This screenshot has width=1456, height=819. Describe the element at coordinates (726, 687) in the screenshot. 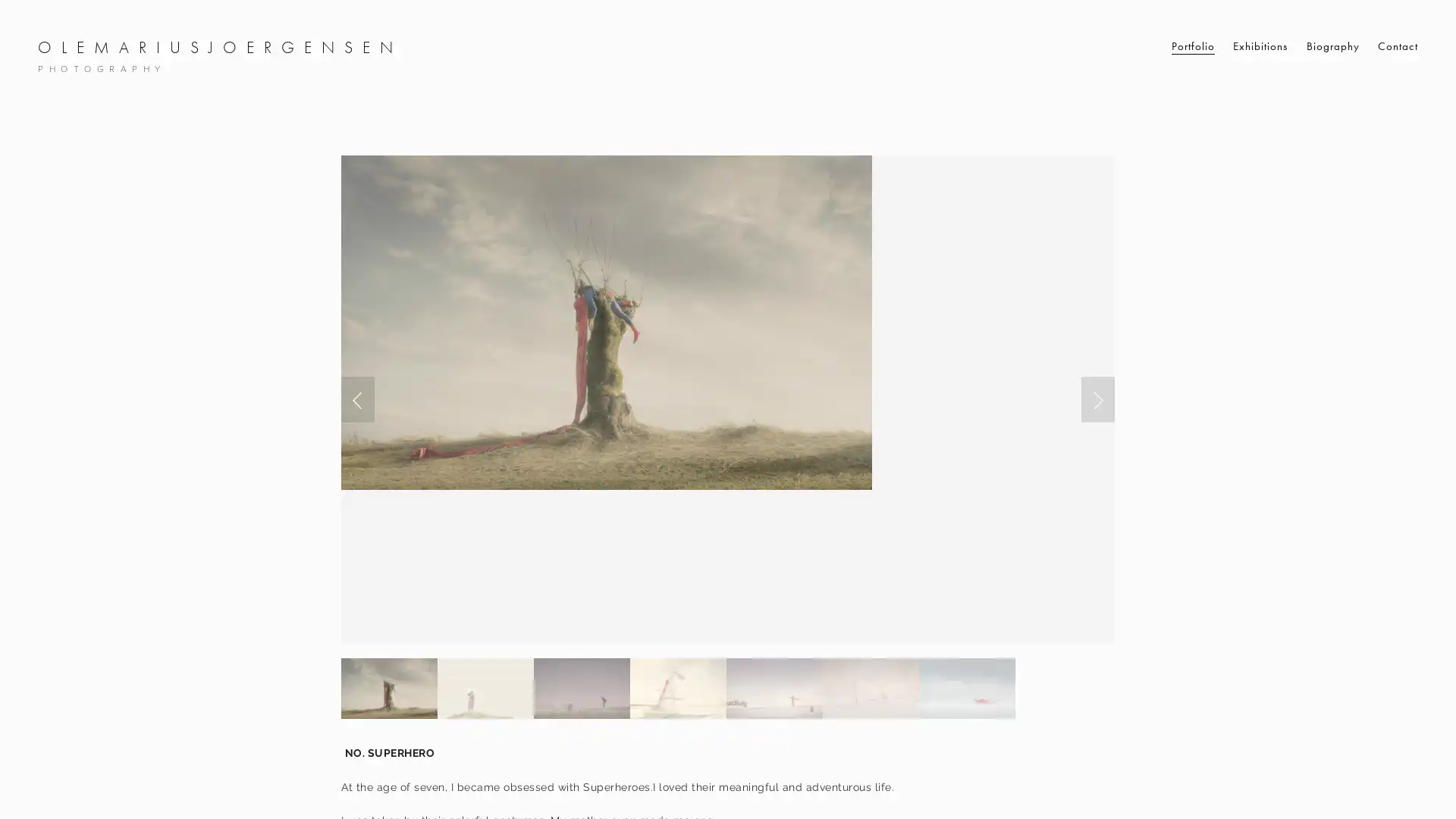

I see `Slide 4` at that location.